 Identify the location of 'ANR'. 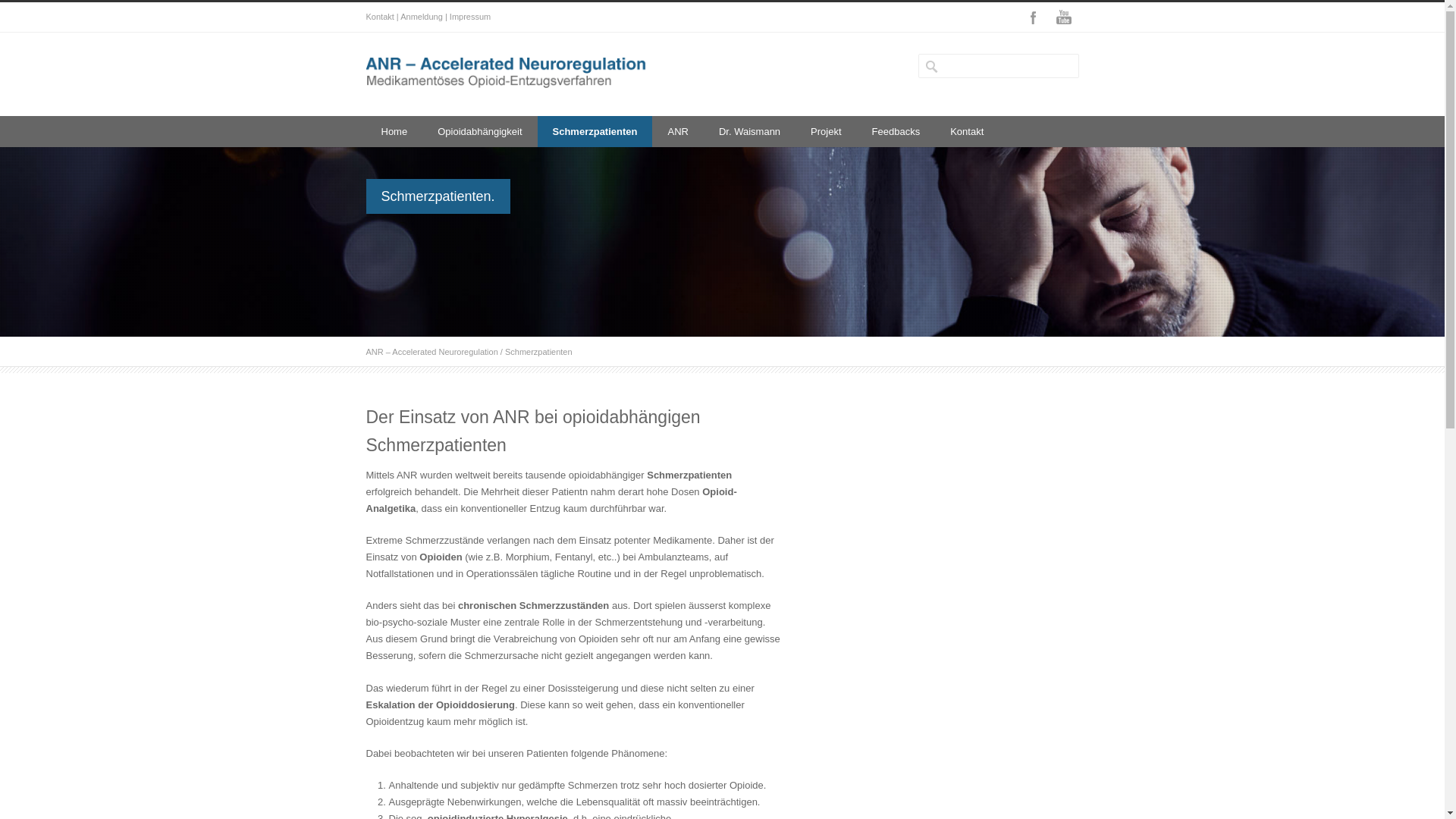
(676, 130).